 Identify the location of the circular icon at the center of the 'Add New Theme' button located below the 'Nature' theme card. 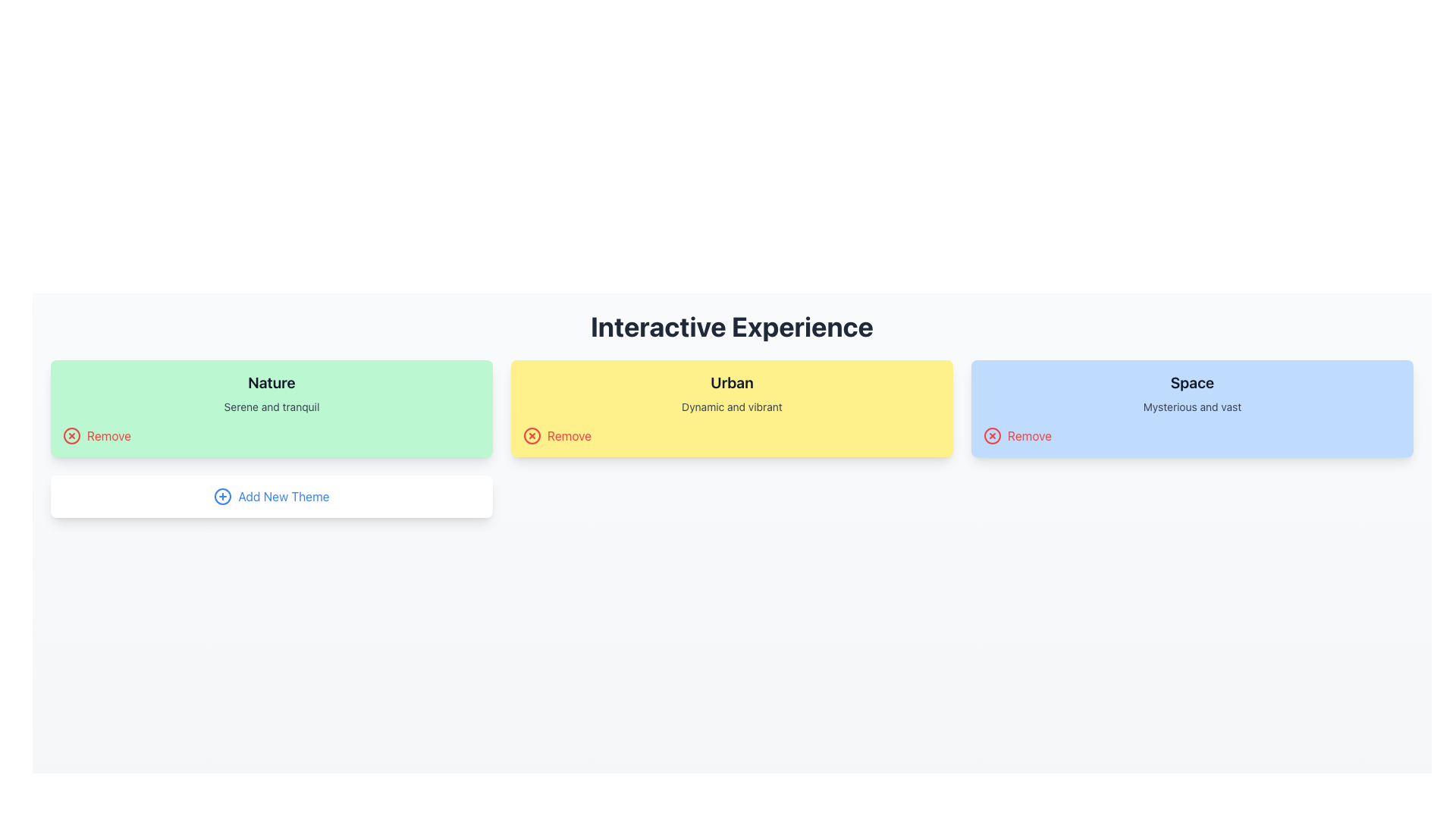
(222, 497).